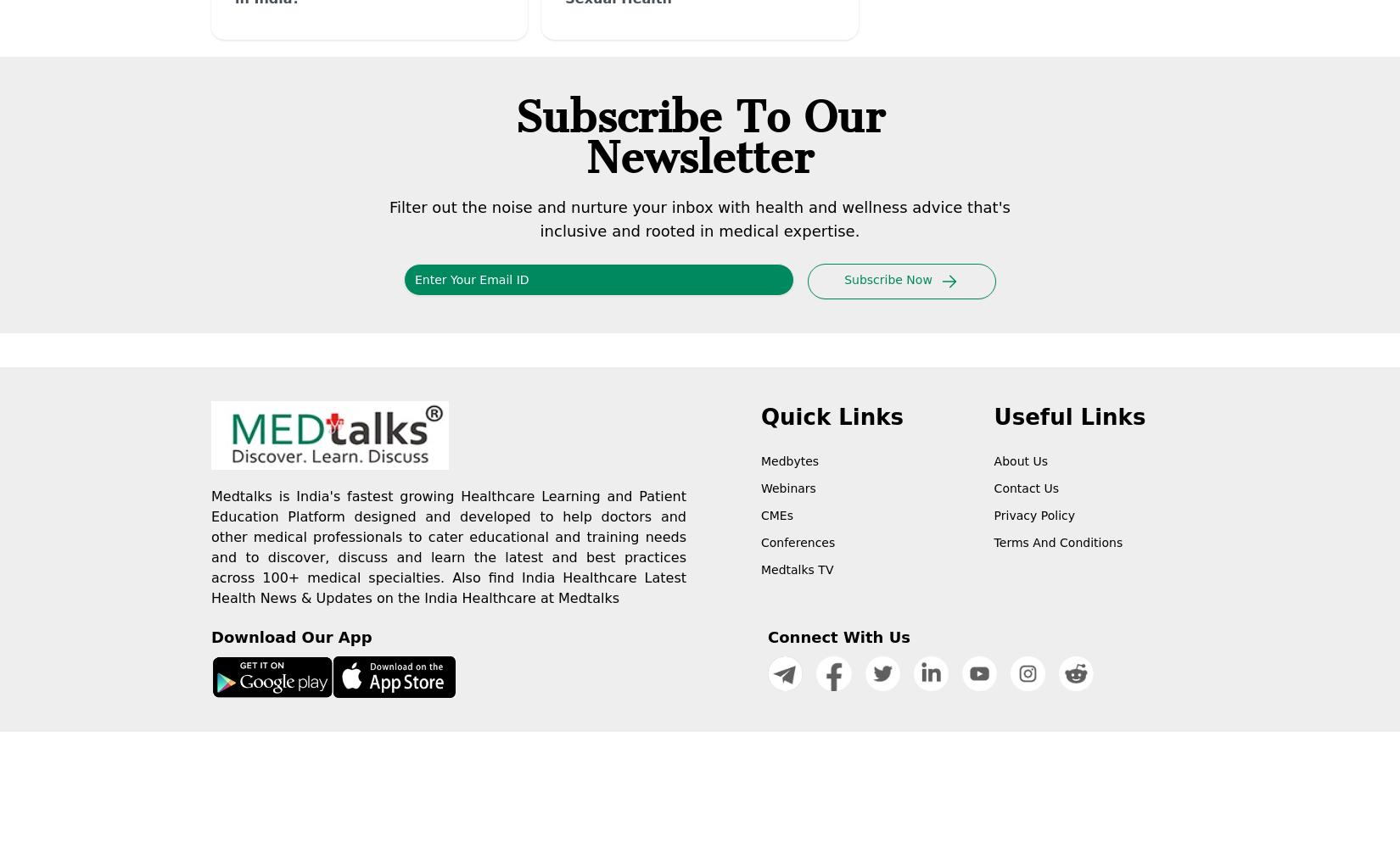 Image resolution: width=1400 pixels, height=848 pixels. I want to click on 'Conferences', so click(798, 542).